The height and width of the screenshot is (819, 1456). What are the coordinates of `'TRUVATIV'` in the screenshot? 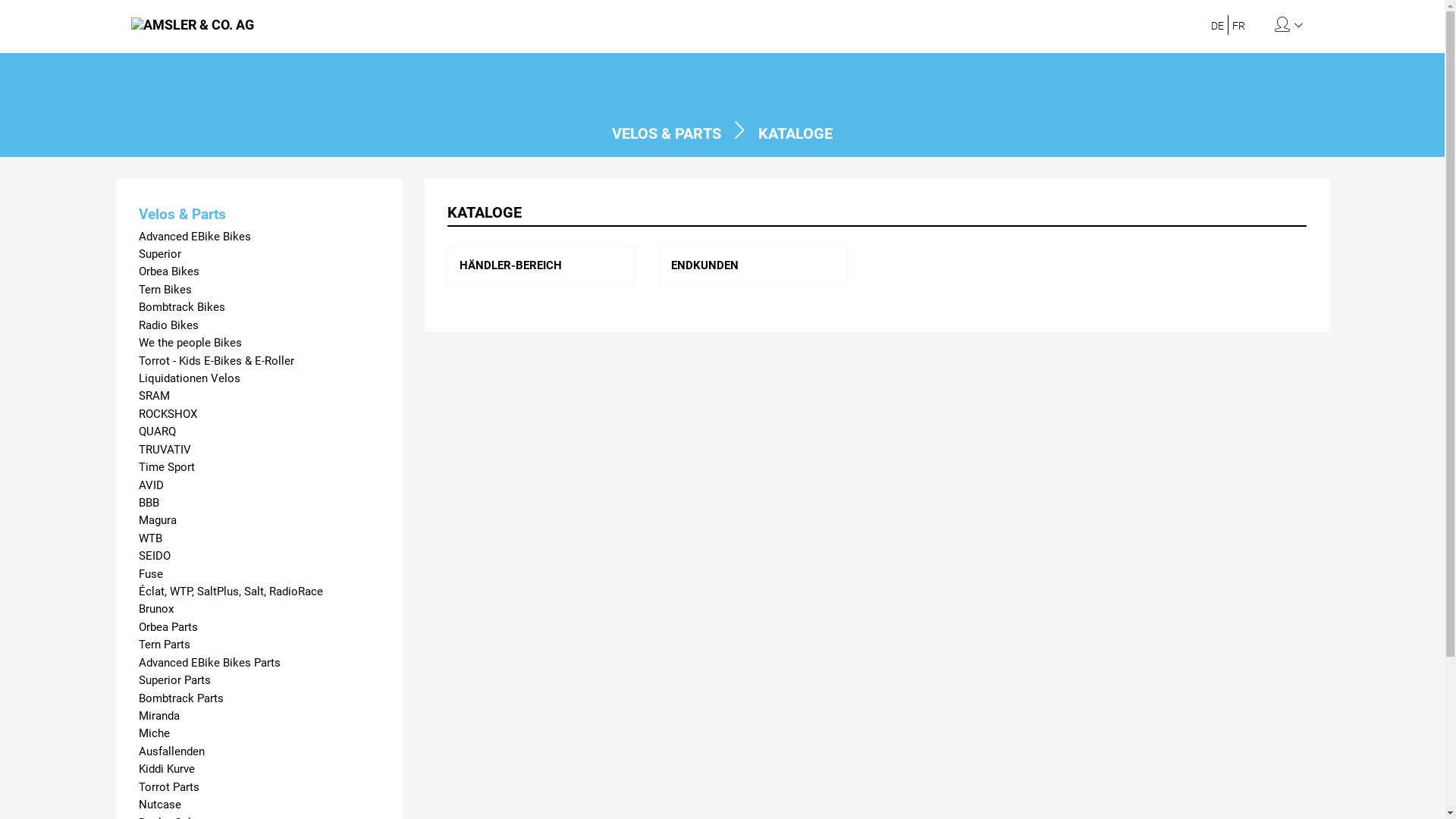 It's located at (258, 449).